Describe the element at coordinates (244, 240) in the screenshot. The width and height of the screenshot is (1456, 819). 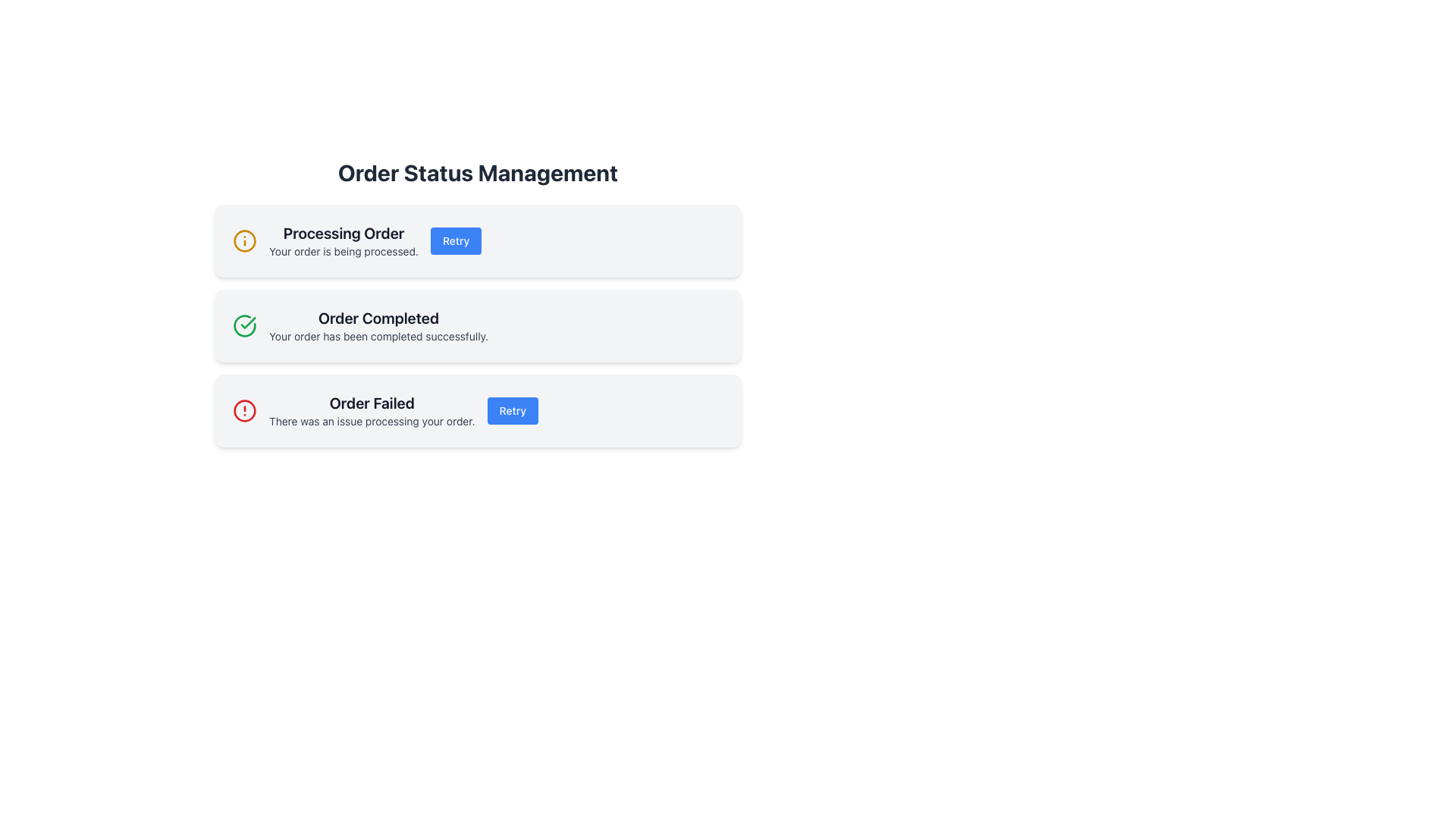
I see `the SVG icon located at the left edge of the first section, adjacent to the title 'Processing Order', which serves as a visual indicator for processing information` at that location.